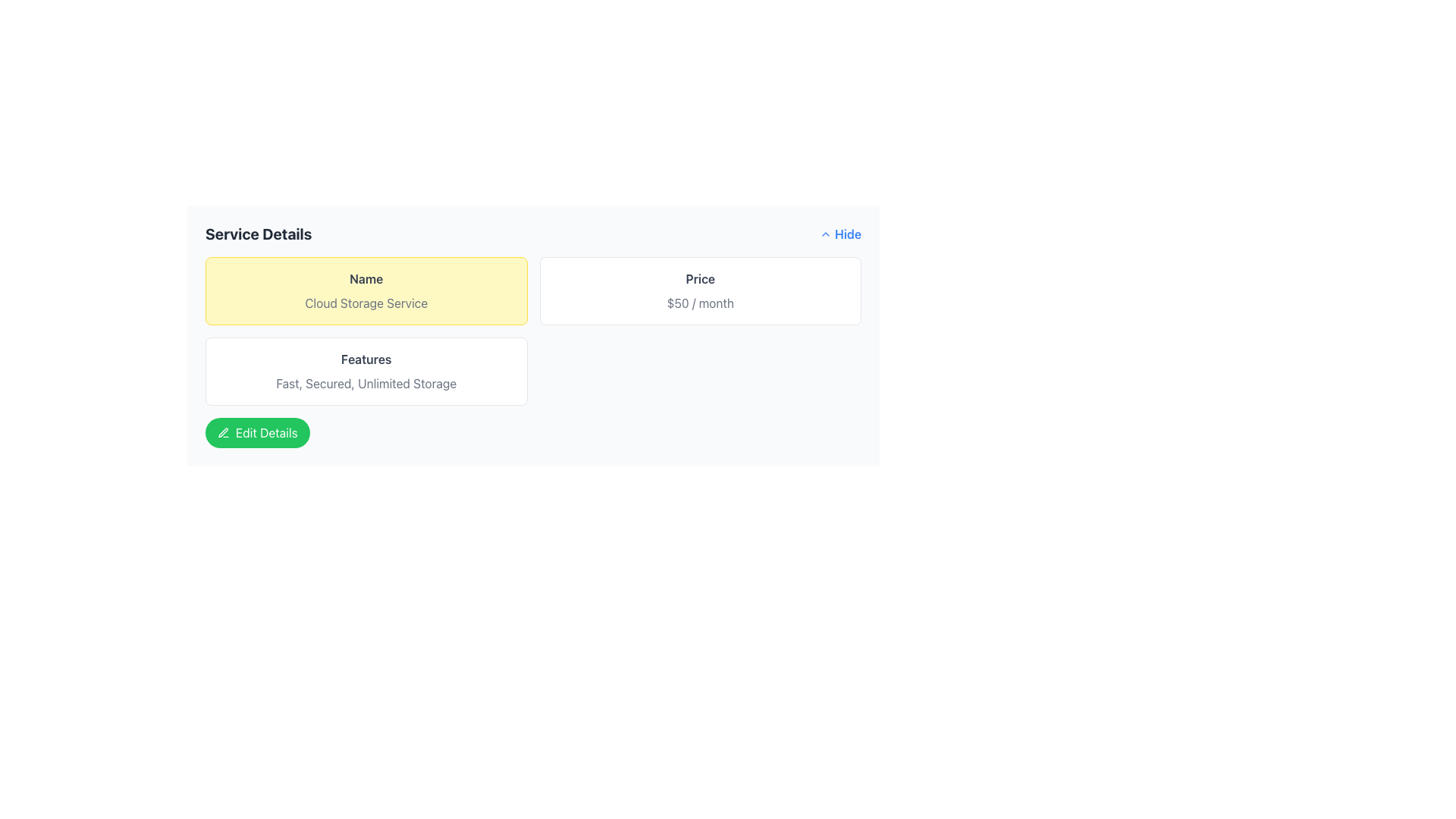 Image resolution: width=1456 pixels, height=819 pixels. Describe the element at coordinates (266, 432) in the screenshot. I see `the 'Edit Details' button located at the bottom-left corner of the service details panel, which is represented by a green button with a pen icon, to initiate editing` at that location.